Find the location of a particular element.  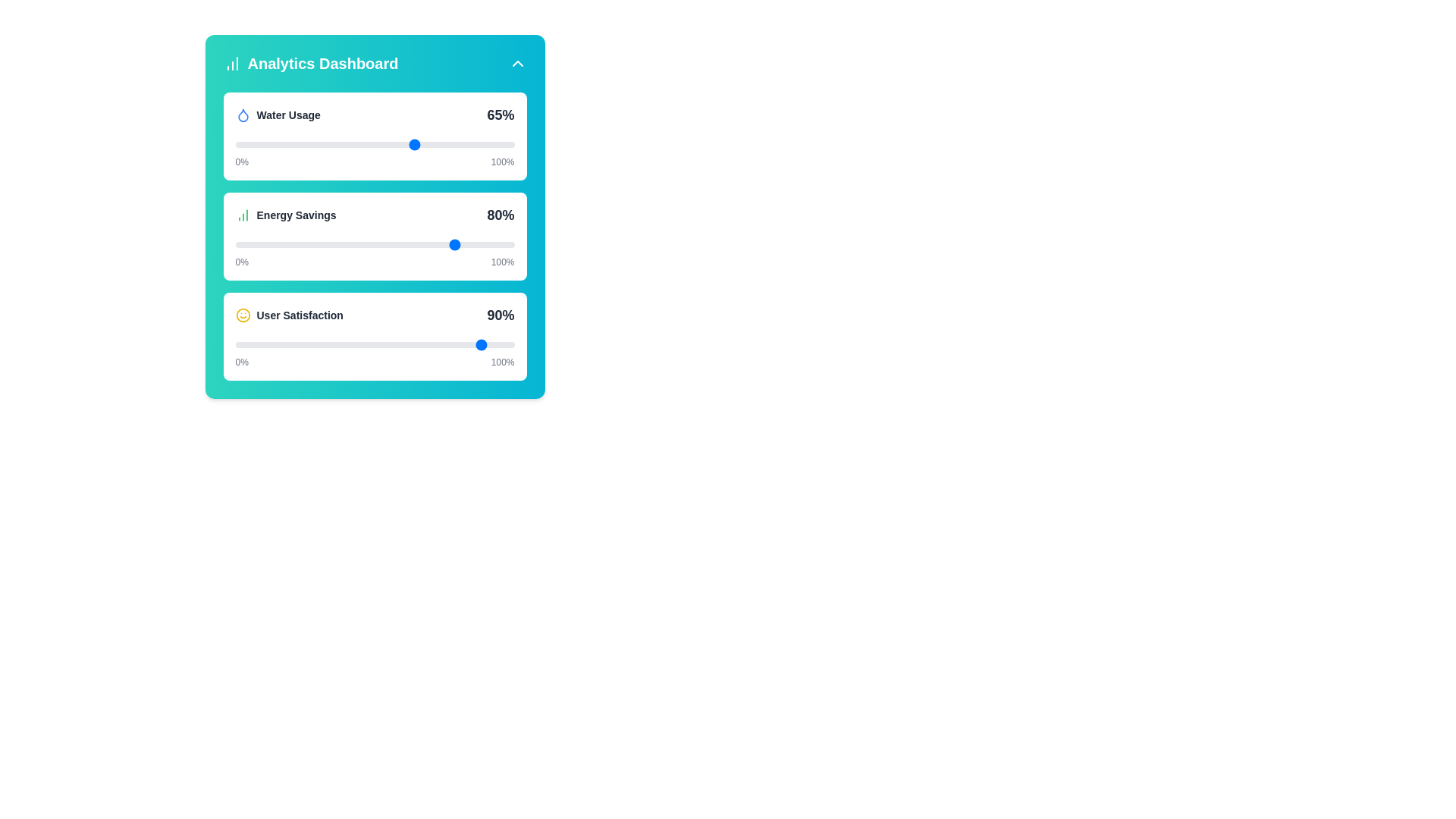

user satisfaction is located at coordinates (258, 345).